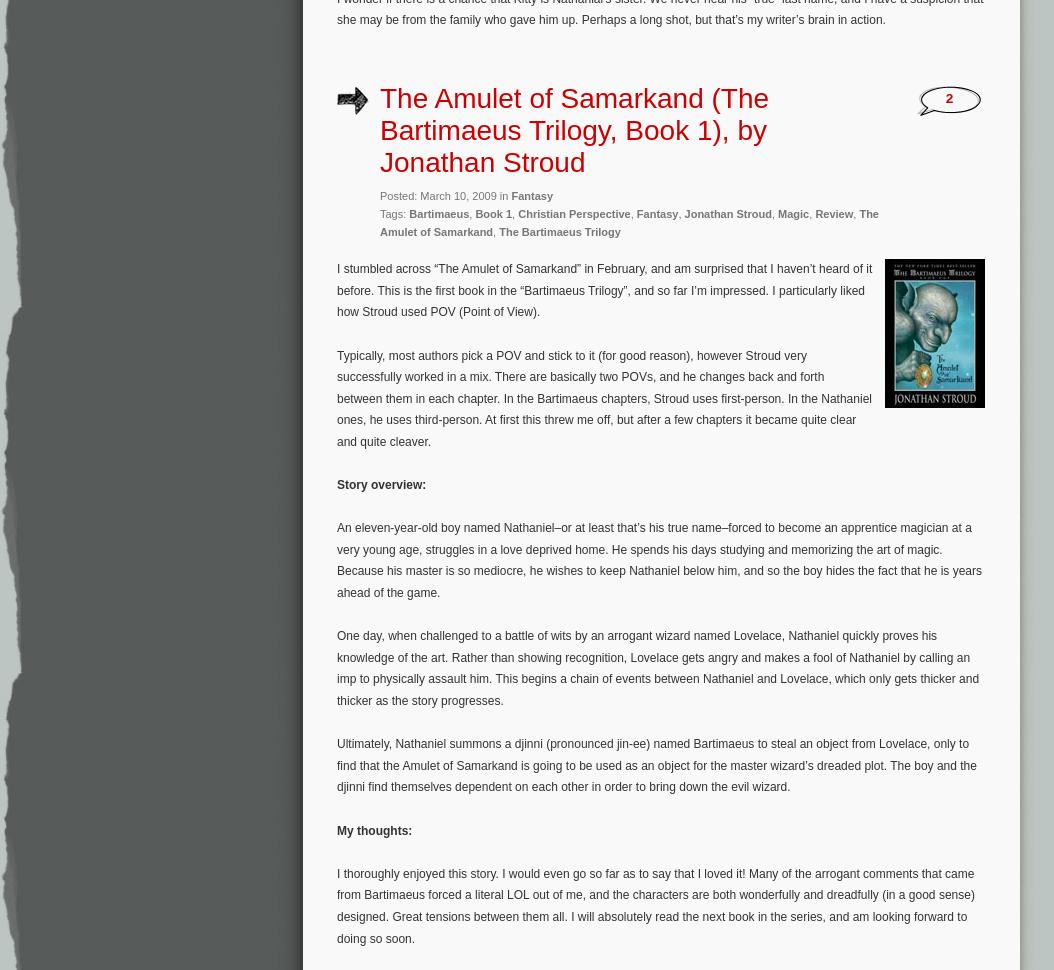  What do you see at coordinates (378, 213) in the screenshot?
I see `'Tags:'` at bounding box center [378, 213].